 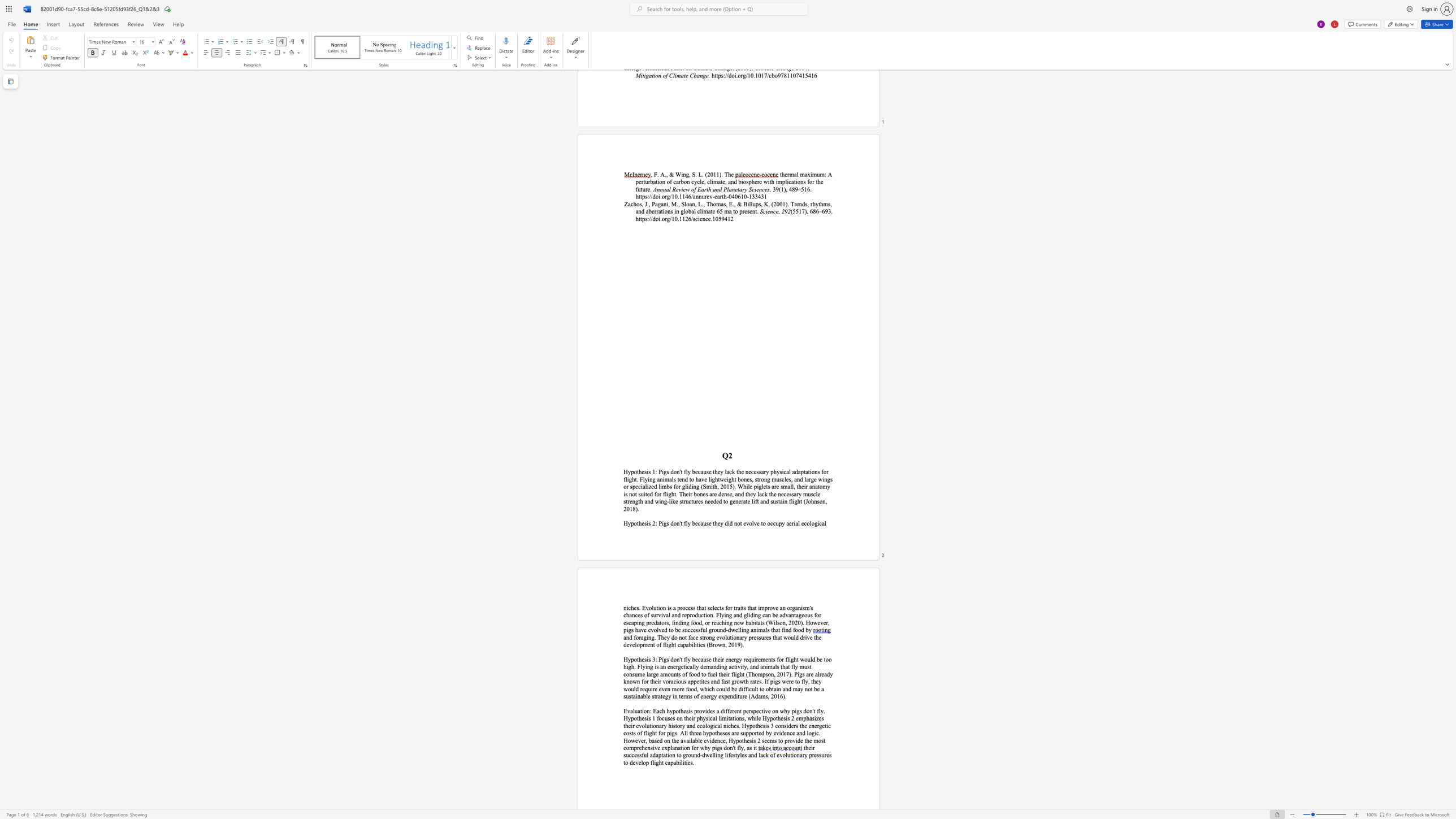 I want to click on the subset text "ysical adaptati" within the text "fly because they lack the necessary physical adaptations for", so click(x=776, y=472).